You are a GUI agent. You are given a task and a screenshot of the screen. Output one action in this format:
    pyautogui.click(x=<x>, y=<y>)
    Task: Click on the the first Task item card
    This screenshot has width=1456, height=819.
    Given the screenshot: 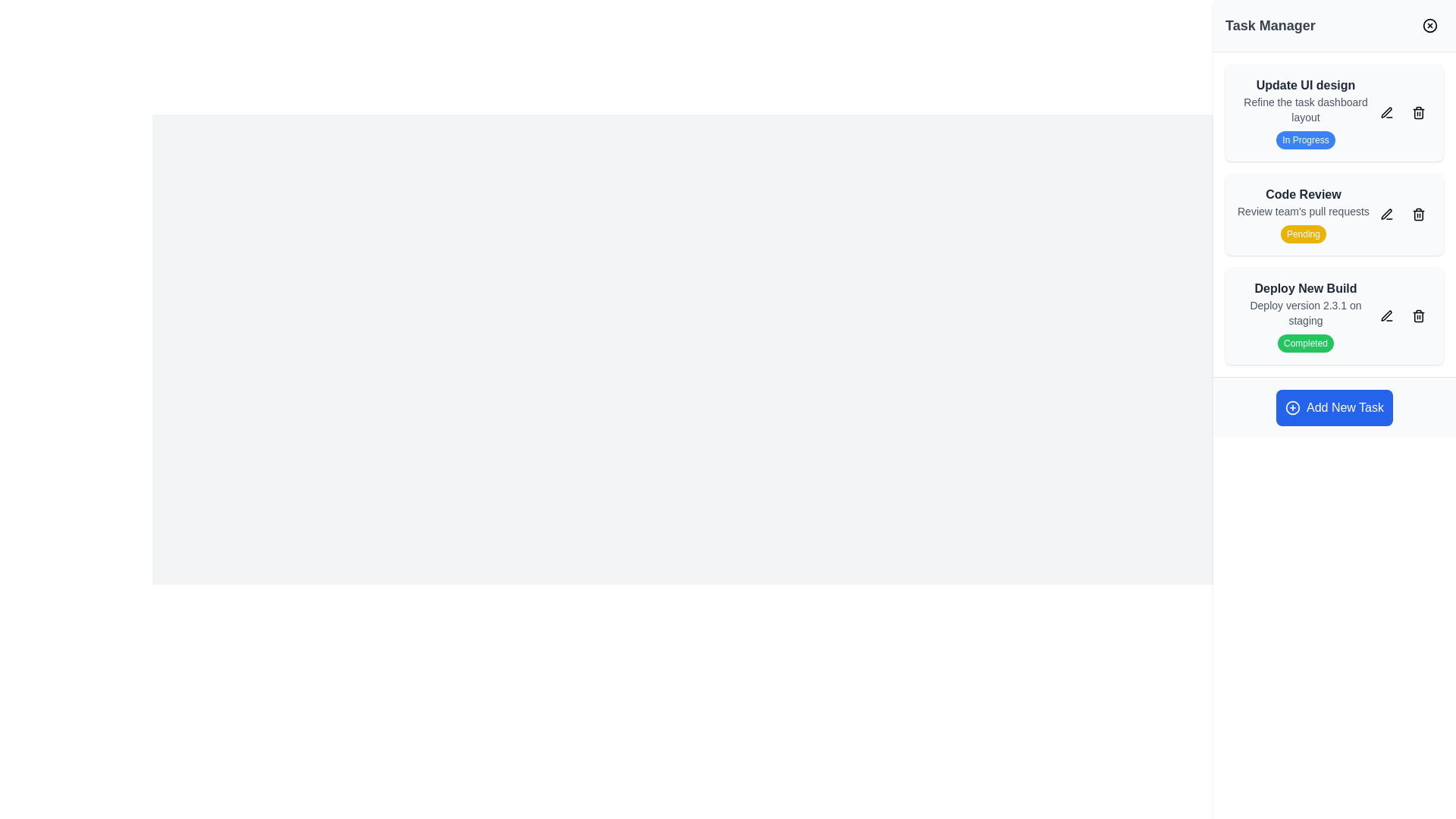 What is the action you would take?
    pyautogui.click(x=1305, y=112)
    